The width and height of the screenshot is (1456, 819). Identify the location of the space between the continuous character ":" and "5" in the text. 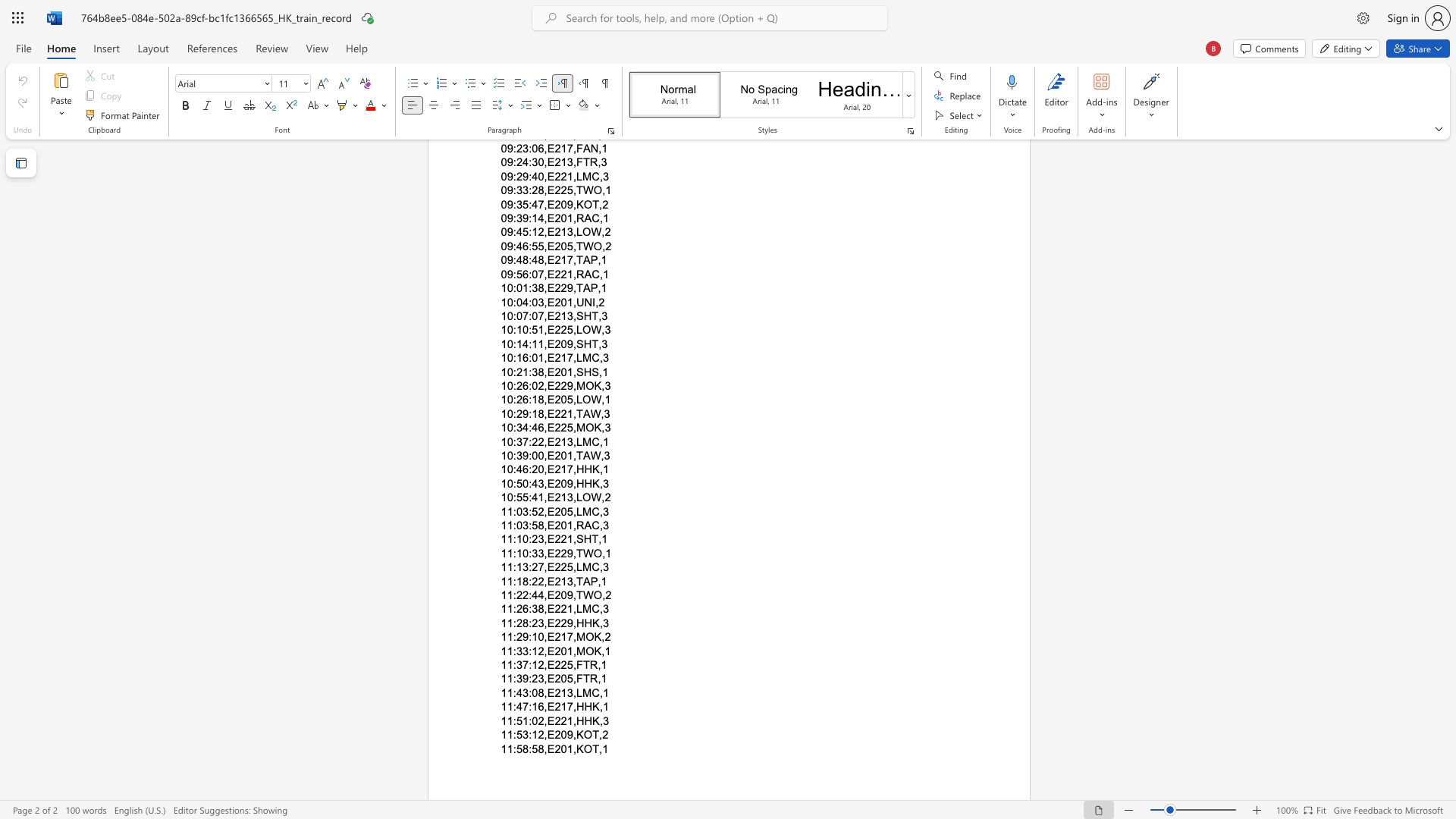
(532, 511).